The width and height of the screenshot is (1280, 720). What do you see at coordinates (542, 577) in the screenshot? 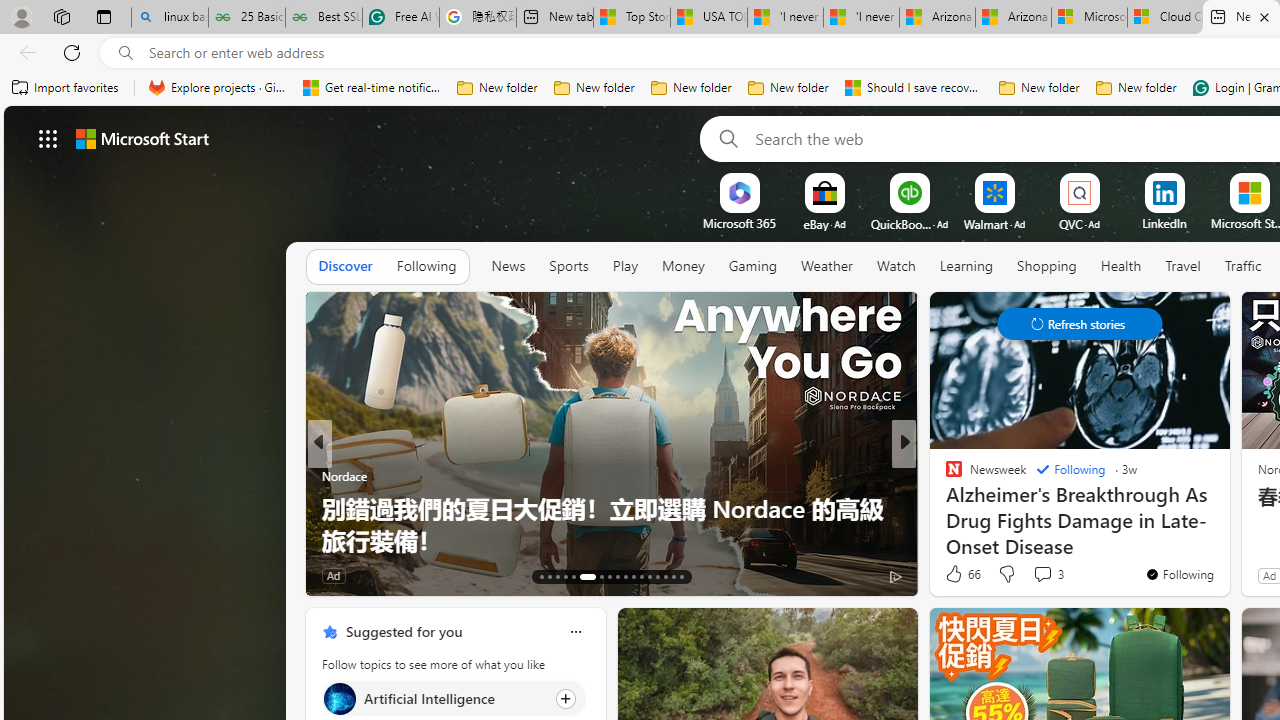
I see `'AutomationID: tab-13'` at bounding box center [542, 577].